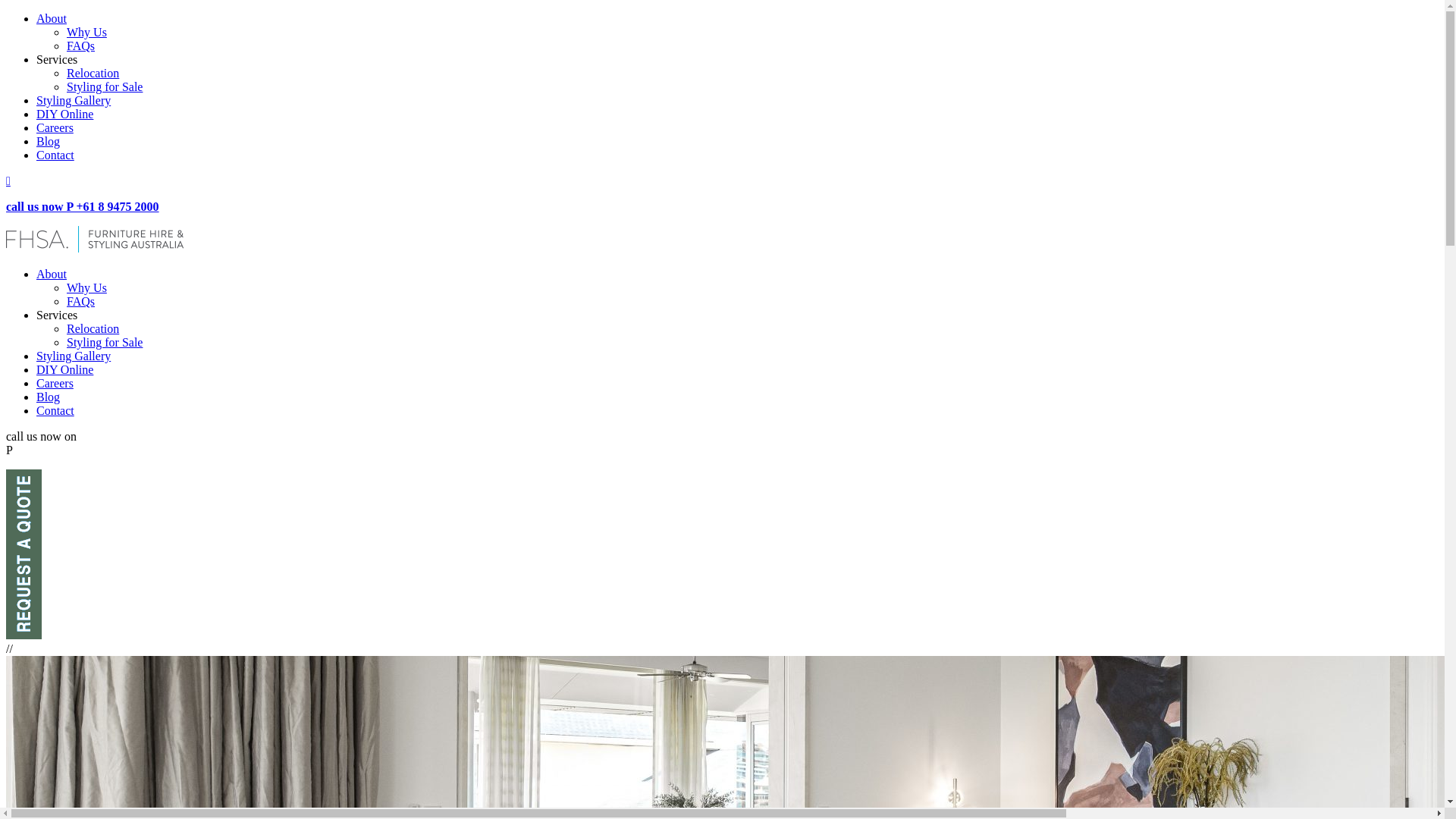 This screenshot has height=819, width=1456. What do you see at coordinates (57, 314) in the screenshot?
I see `'Services'` at bounding box center [57, 314].